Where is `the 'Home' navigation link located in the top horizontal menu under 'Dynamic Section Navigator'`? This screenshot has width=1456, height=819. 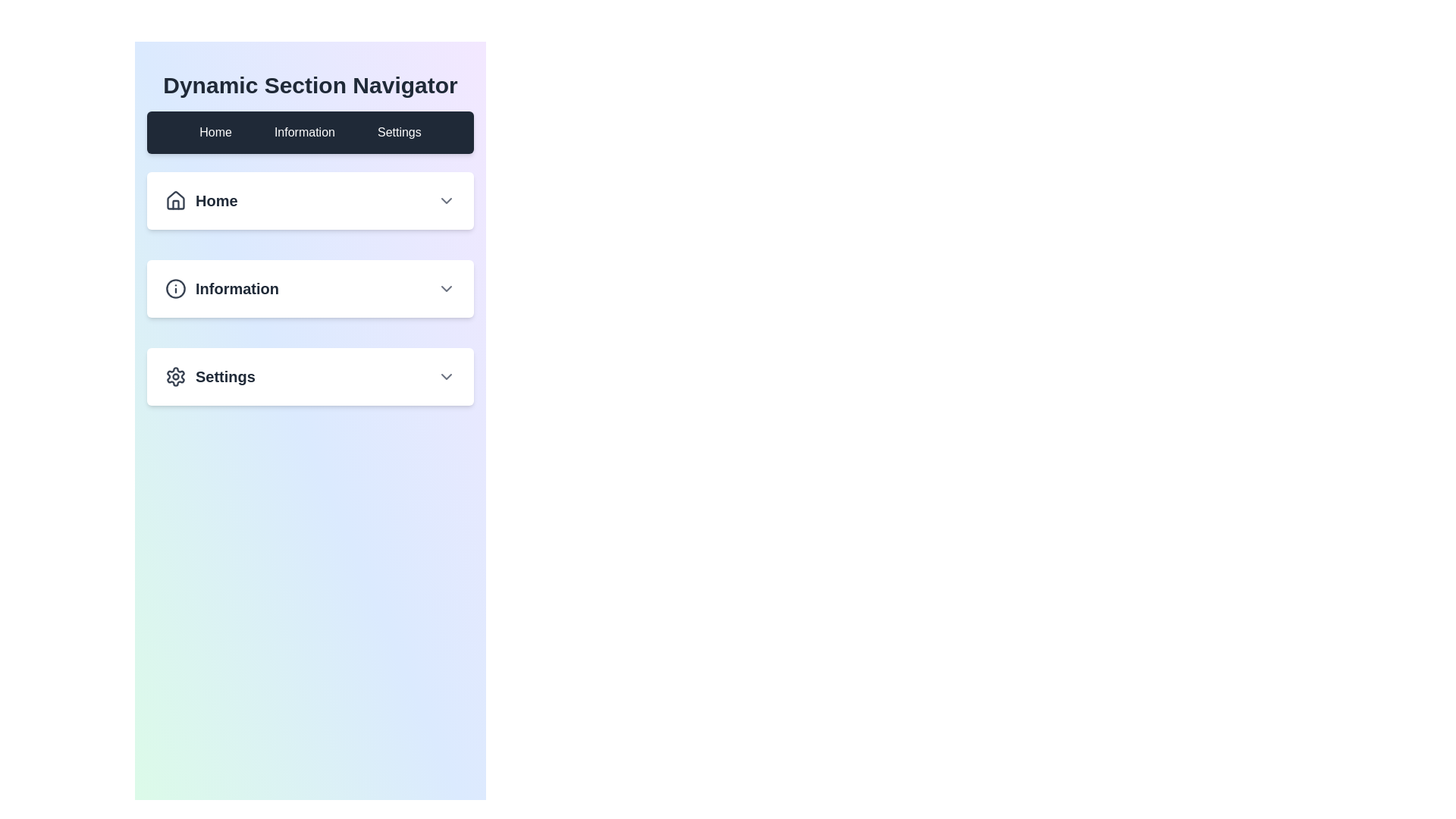 the 'Home' navigation link located in the top horizontal menu under 'Dynamic Section Navigator' is located at coordinates (215, 131).